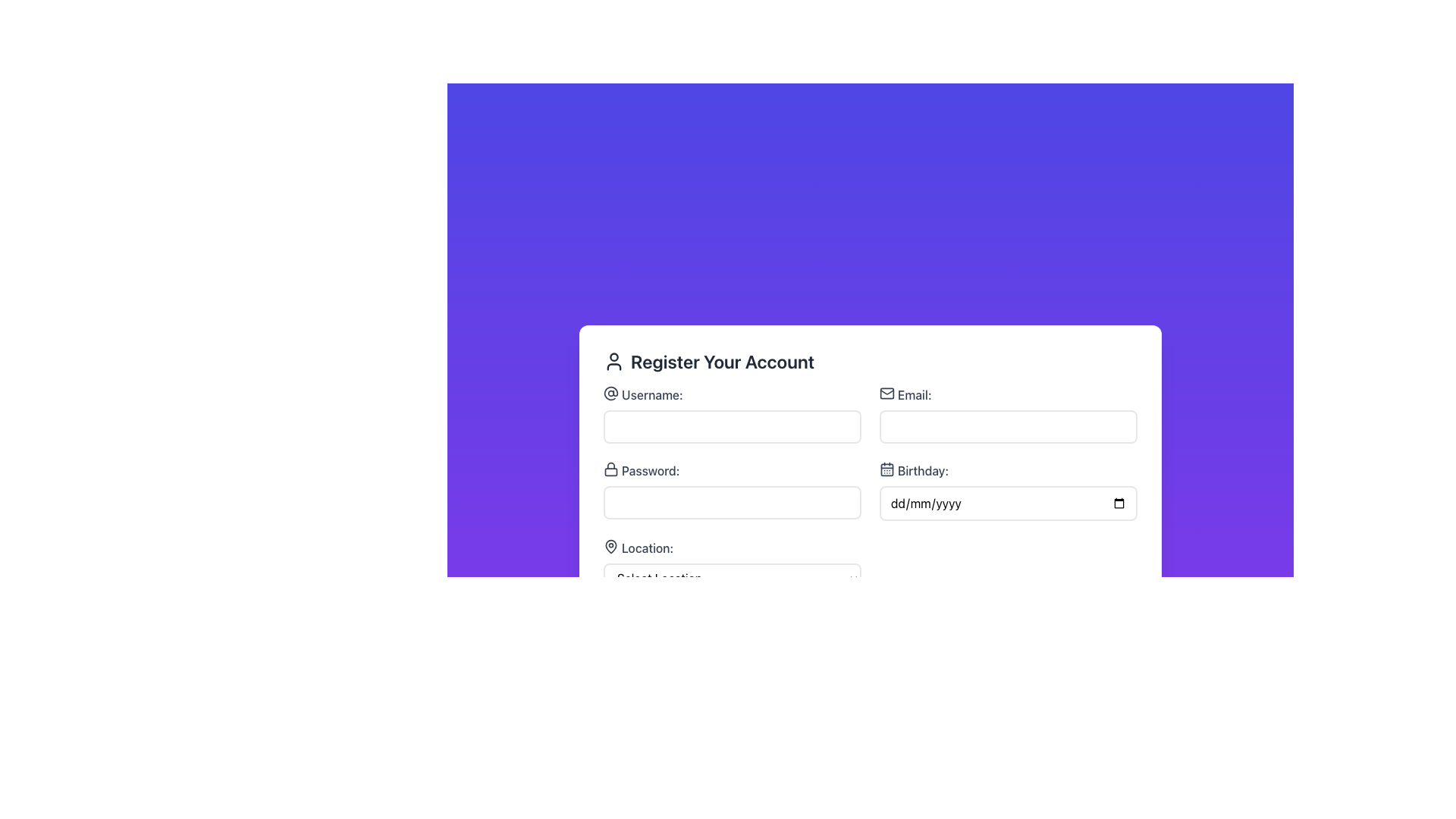  I want to click on the '@' icon located to the left of the Username label in the form section, so click(611, 393).